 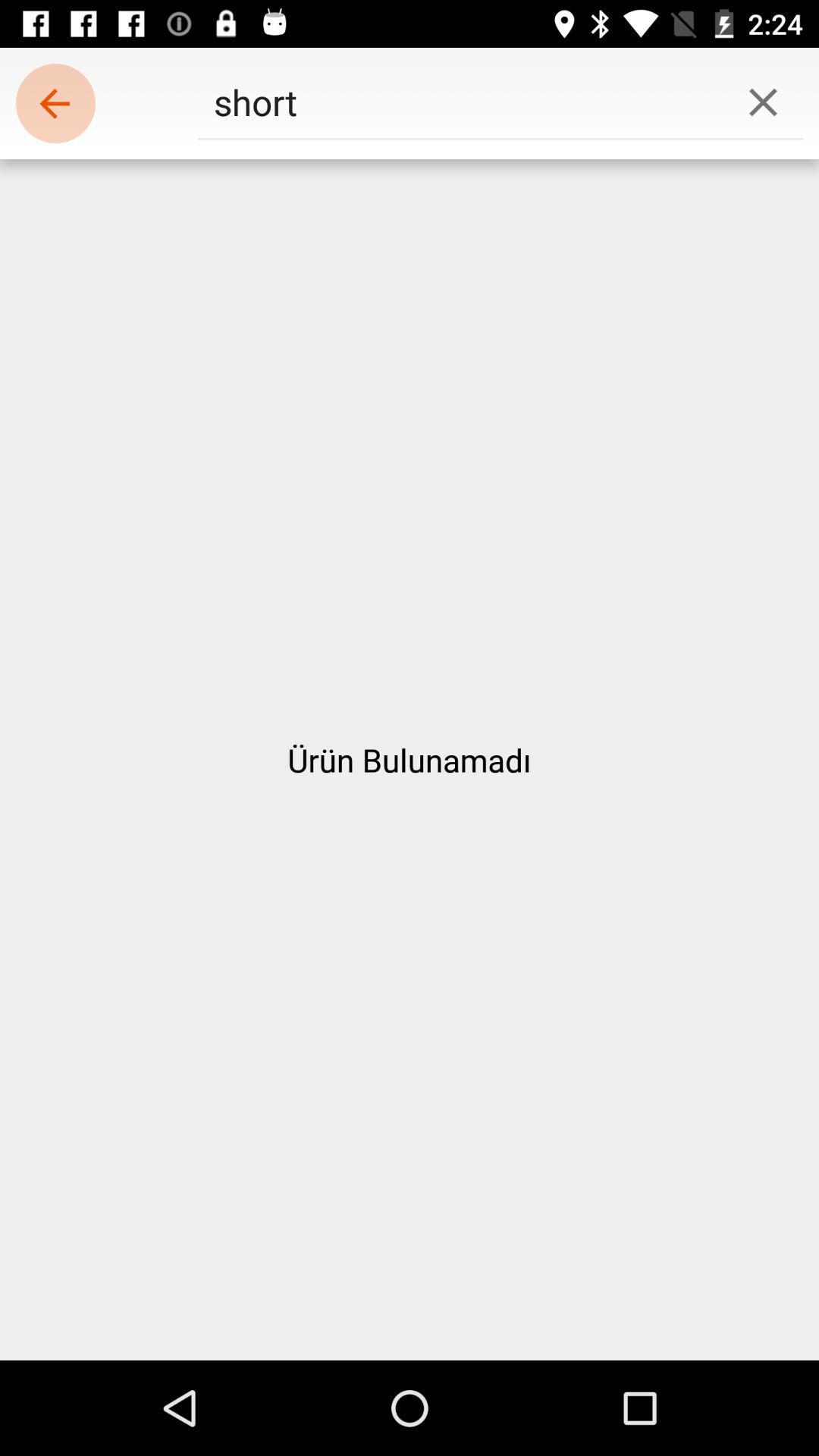 What do you see at coordinates (55, 102) in the screenshot?
I see `icon next to short icon` at bounding box center [55, 102].